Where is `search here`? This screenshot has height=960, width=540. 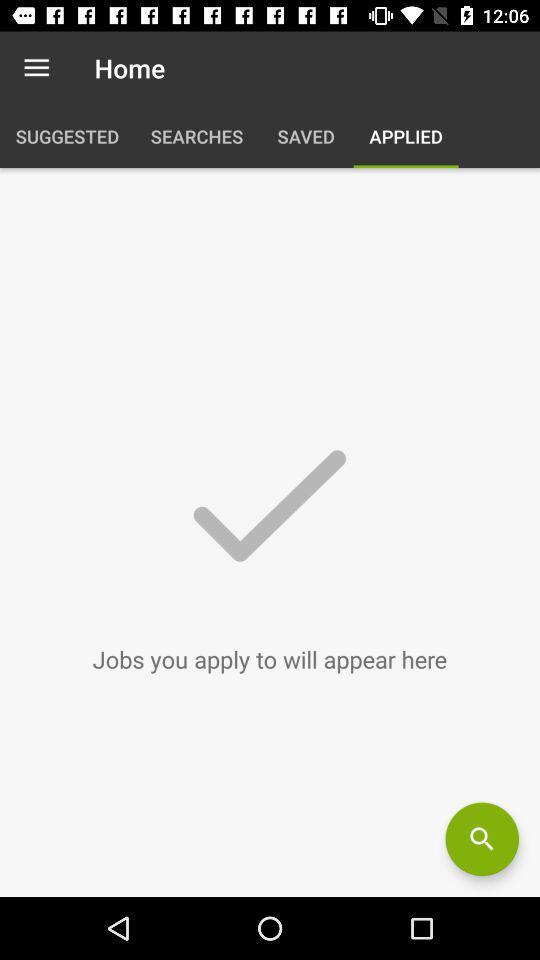 search here is located at coordinates (481, 839).